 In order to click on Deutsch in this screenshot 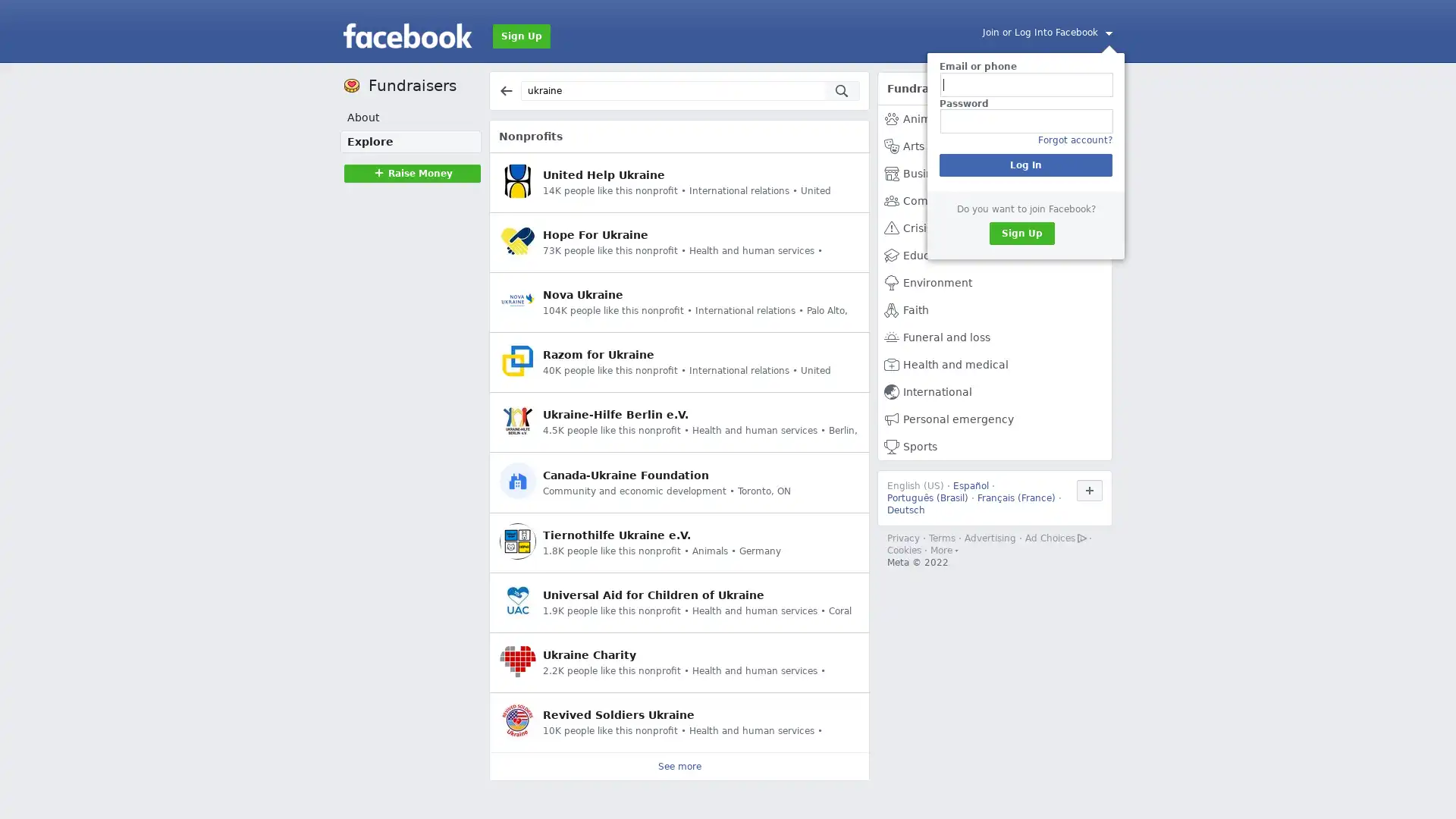, I will do `click(906, 510)`.